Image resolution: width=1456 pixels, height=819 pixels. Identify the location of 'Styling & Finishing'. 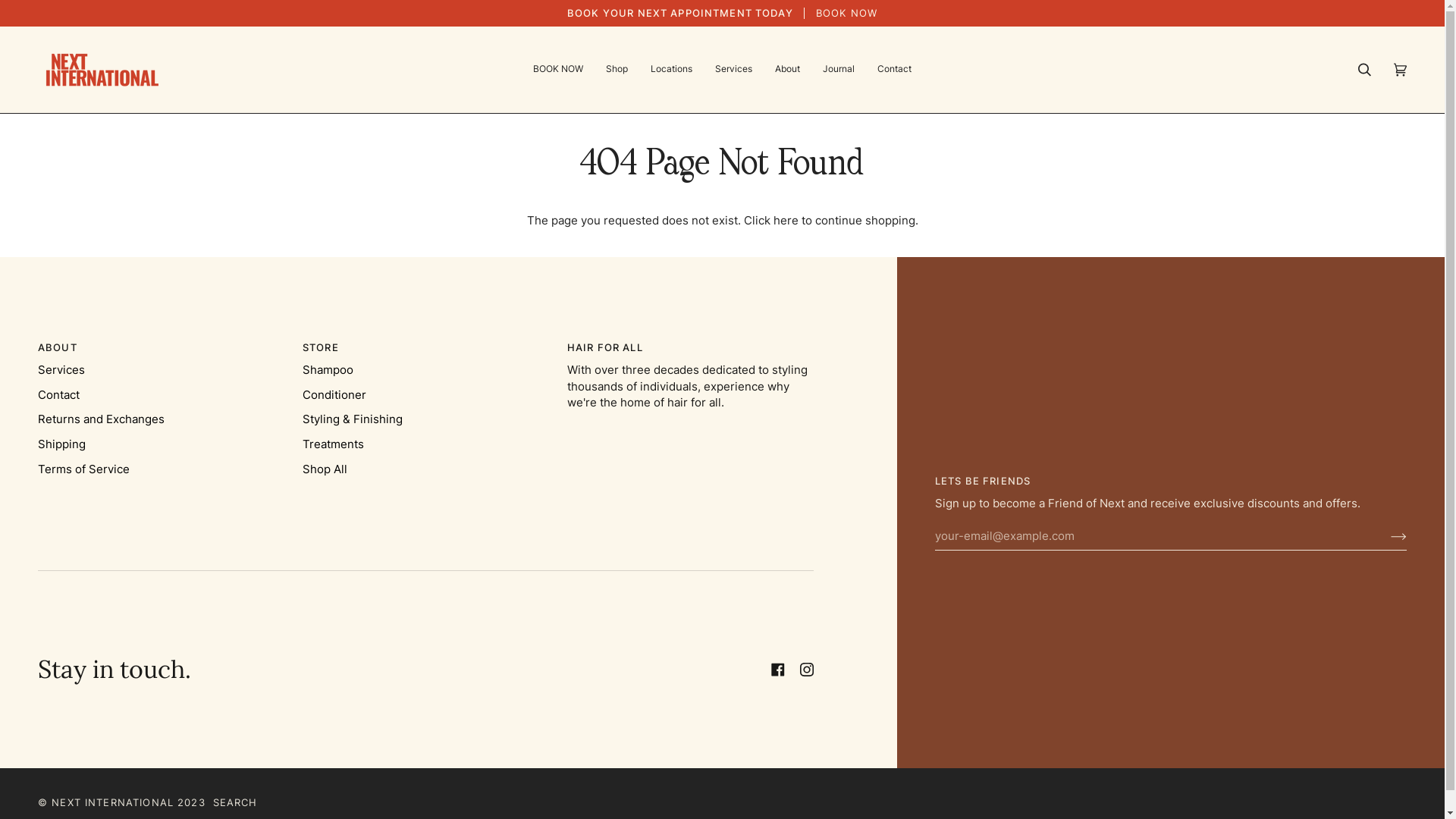
(352, 419).